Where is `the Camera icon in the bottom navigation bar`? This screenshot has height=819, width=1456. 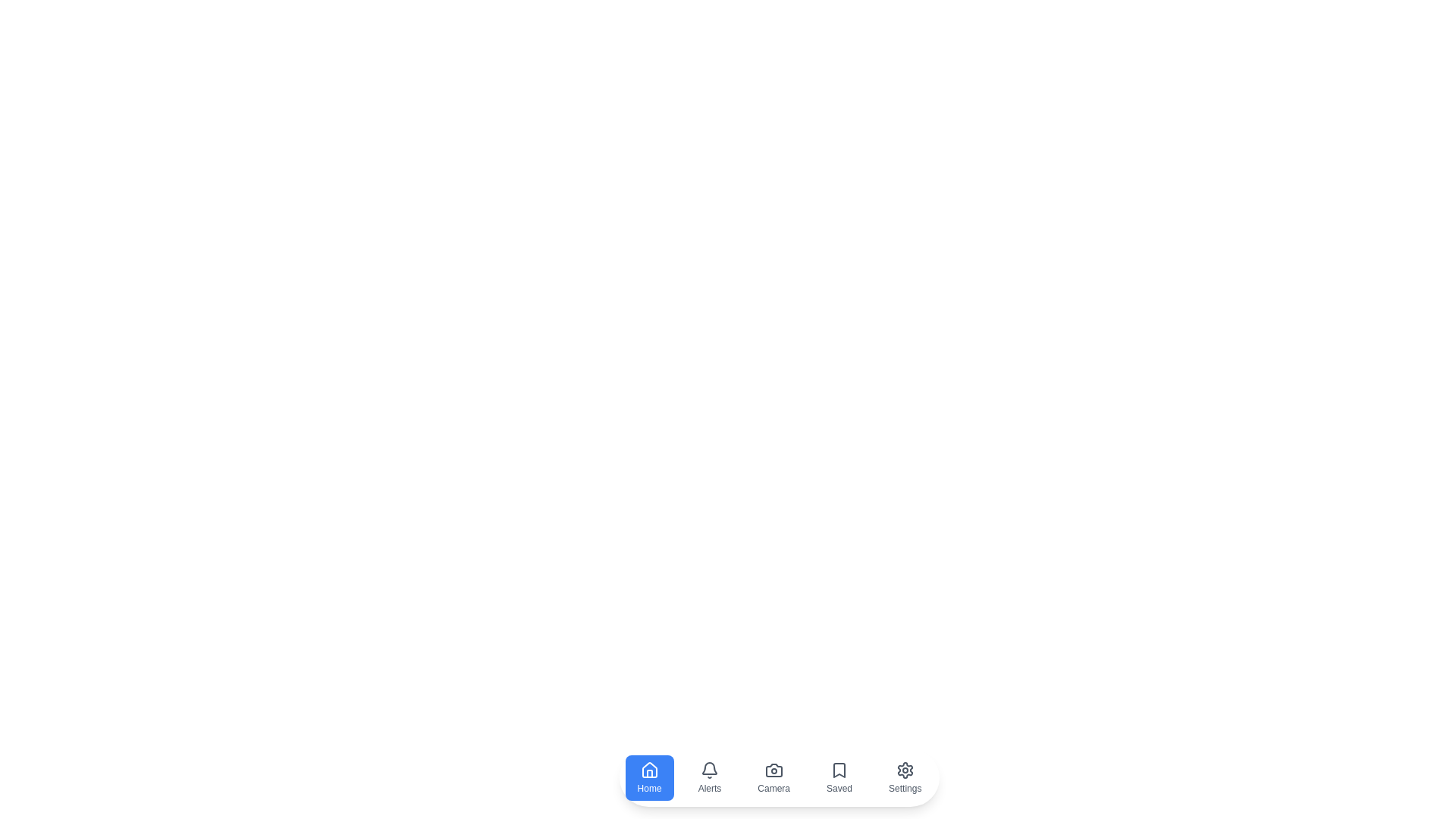
the Camera icon in the bottom navigation bar is located at coordinates (774, 778).